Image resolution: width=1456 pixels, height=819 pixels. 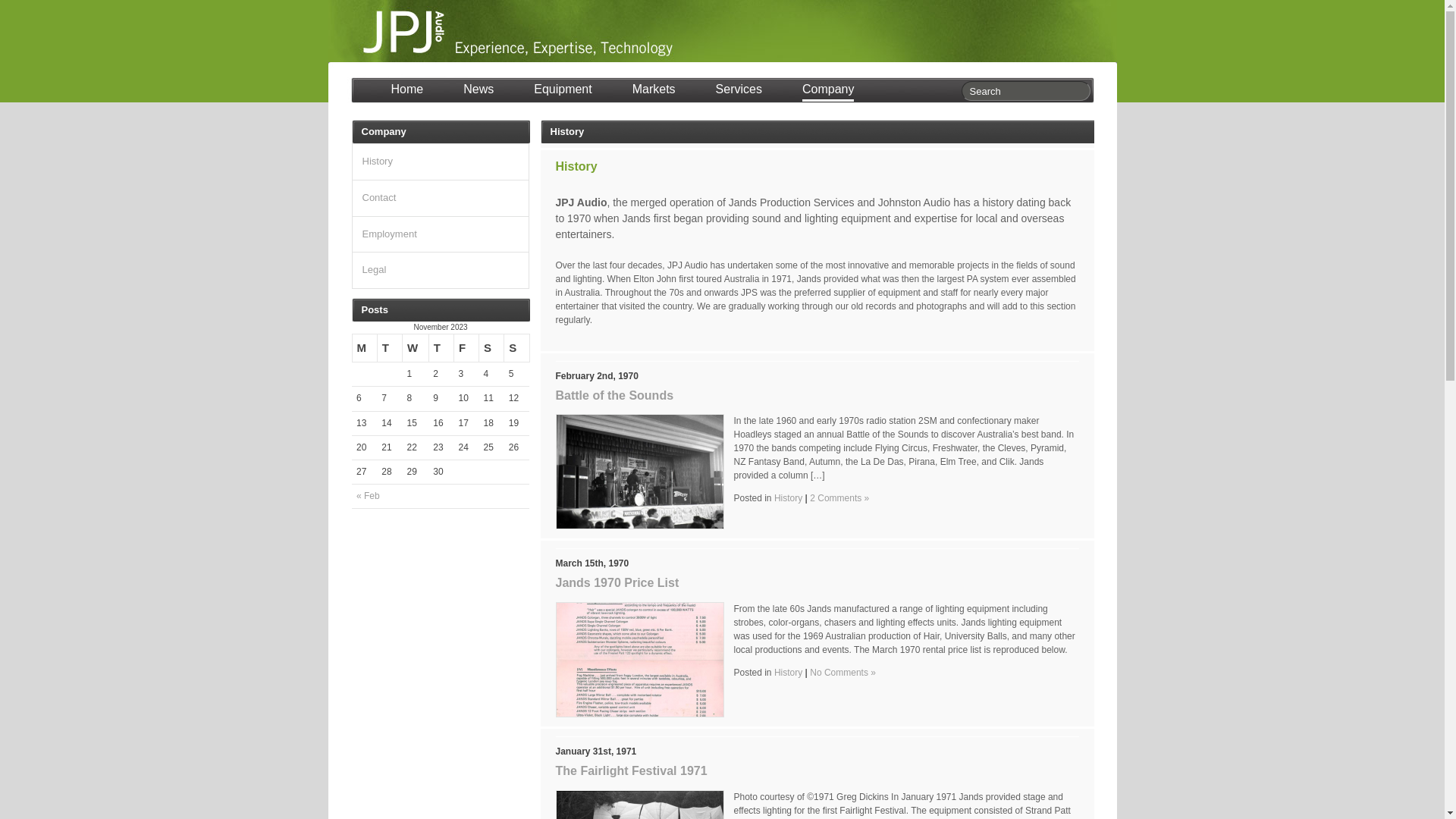 I want to click on 'Services', so click(x=739, y=91).